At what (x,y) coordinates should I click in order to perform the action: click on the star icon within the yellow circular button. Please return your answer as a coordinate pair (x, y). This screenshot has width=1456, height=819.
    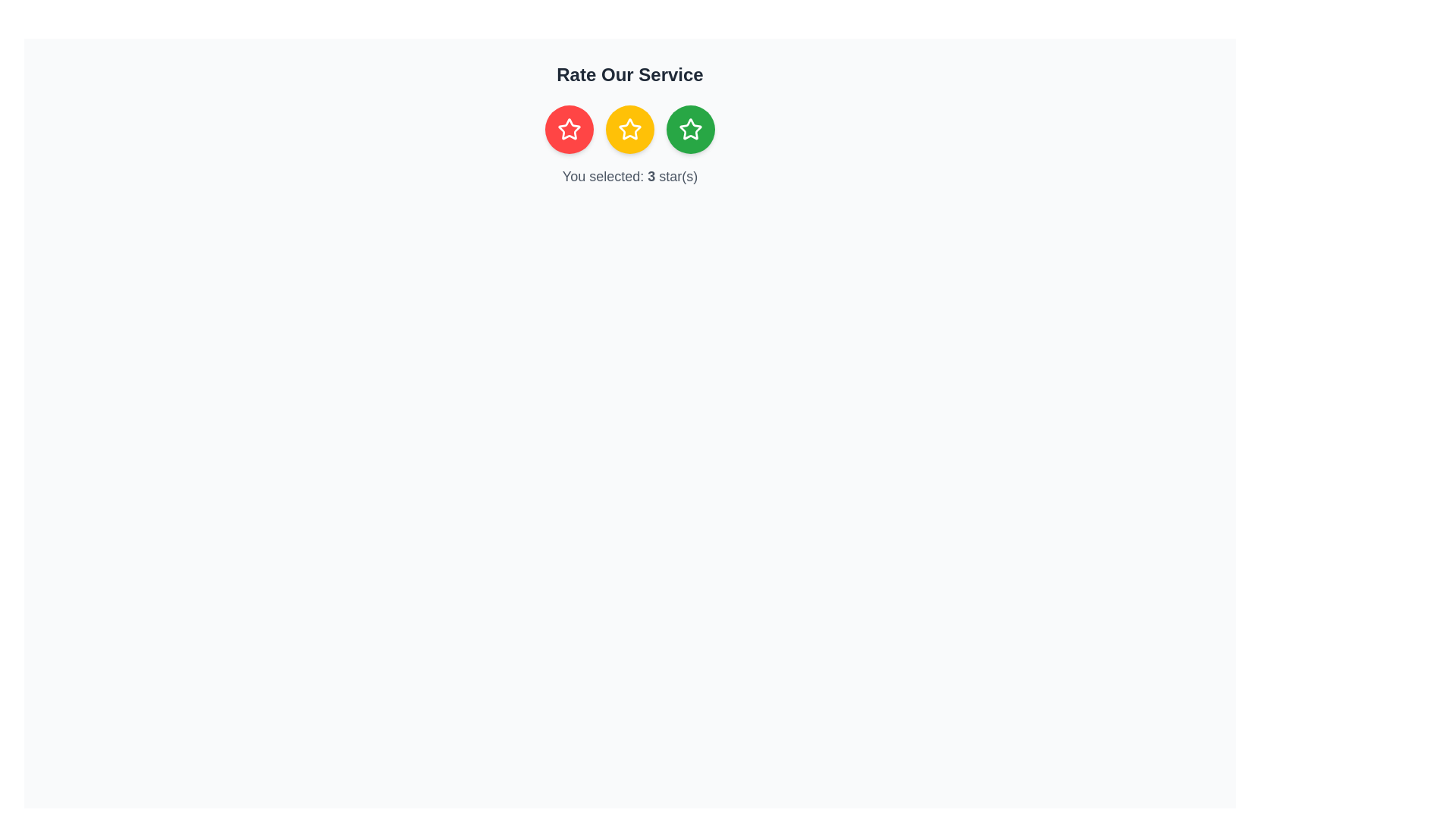
    Looking at the image, I should click on (629, 128).